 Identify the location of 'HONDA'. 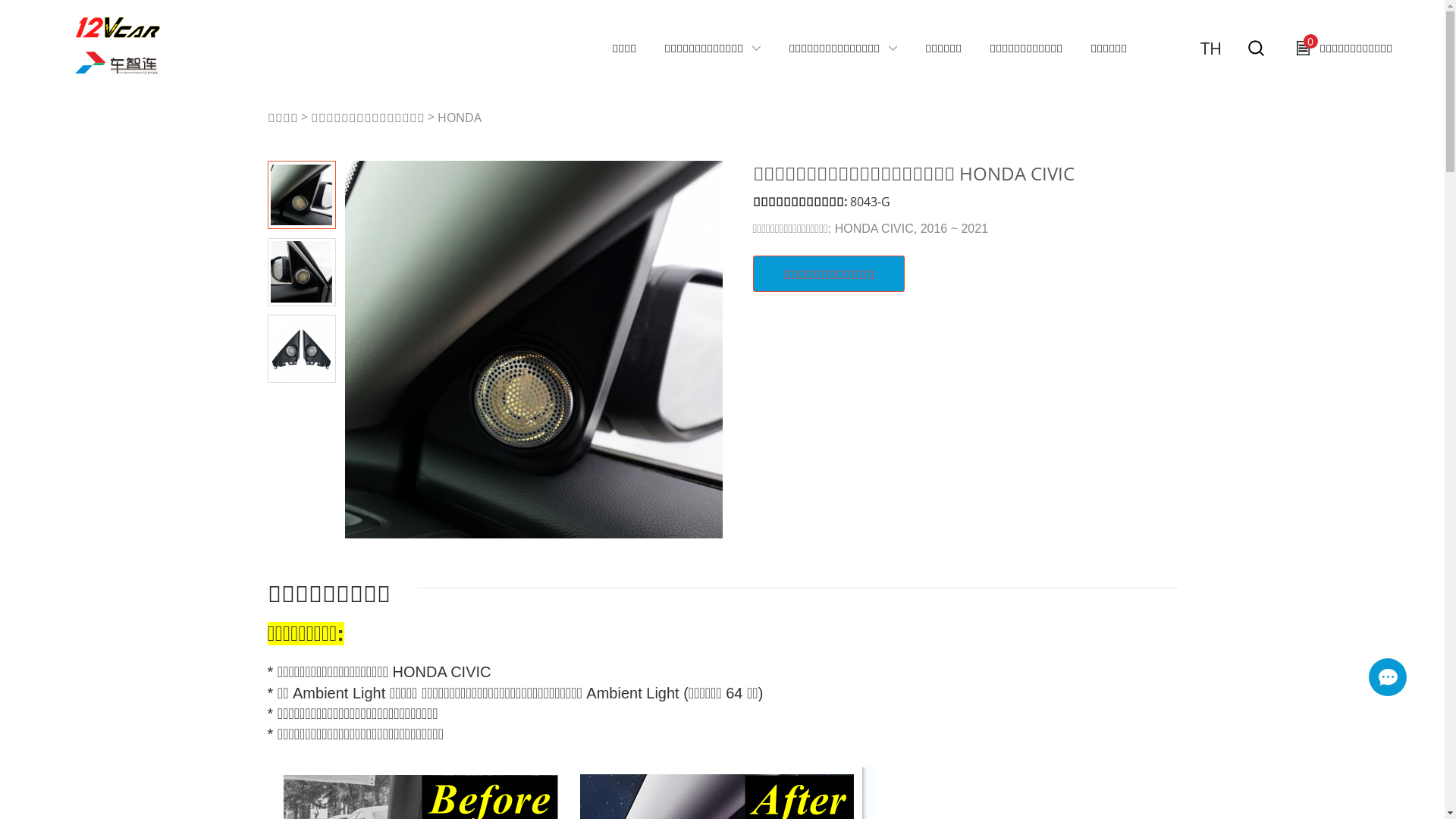
(457, 116).